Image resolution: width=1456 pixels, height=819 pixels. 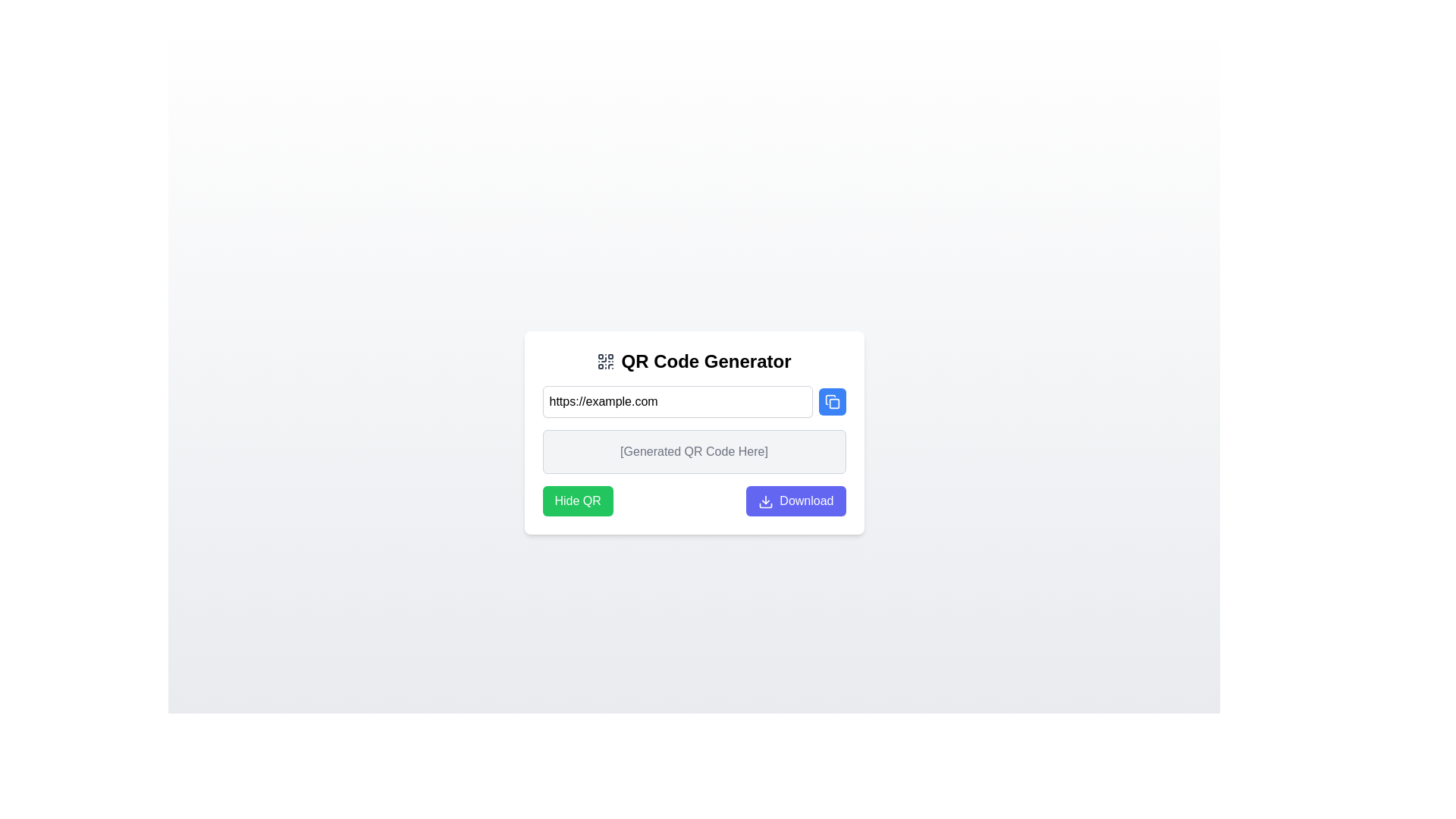 I want to click on the rectangular button with a purple background labeled 'Download', so click(x=795, y=500).